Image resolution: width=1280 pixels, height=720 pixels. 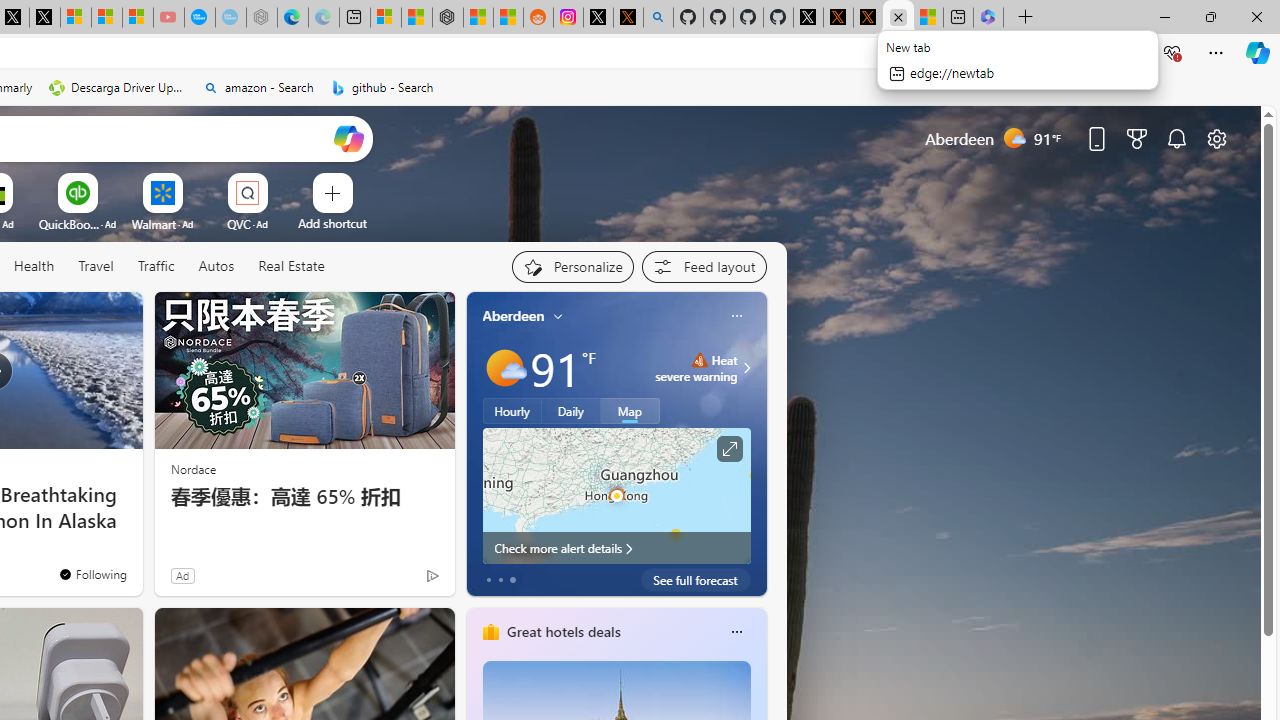 I want to click on 'Health', so click(x=34, y=265).